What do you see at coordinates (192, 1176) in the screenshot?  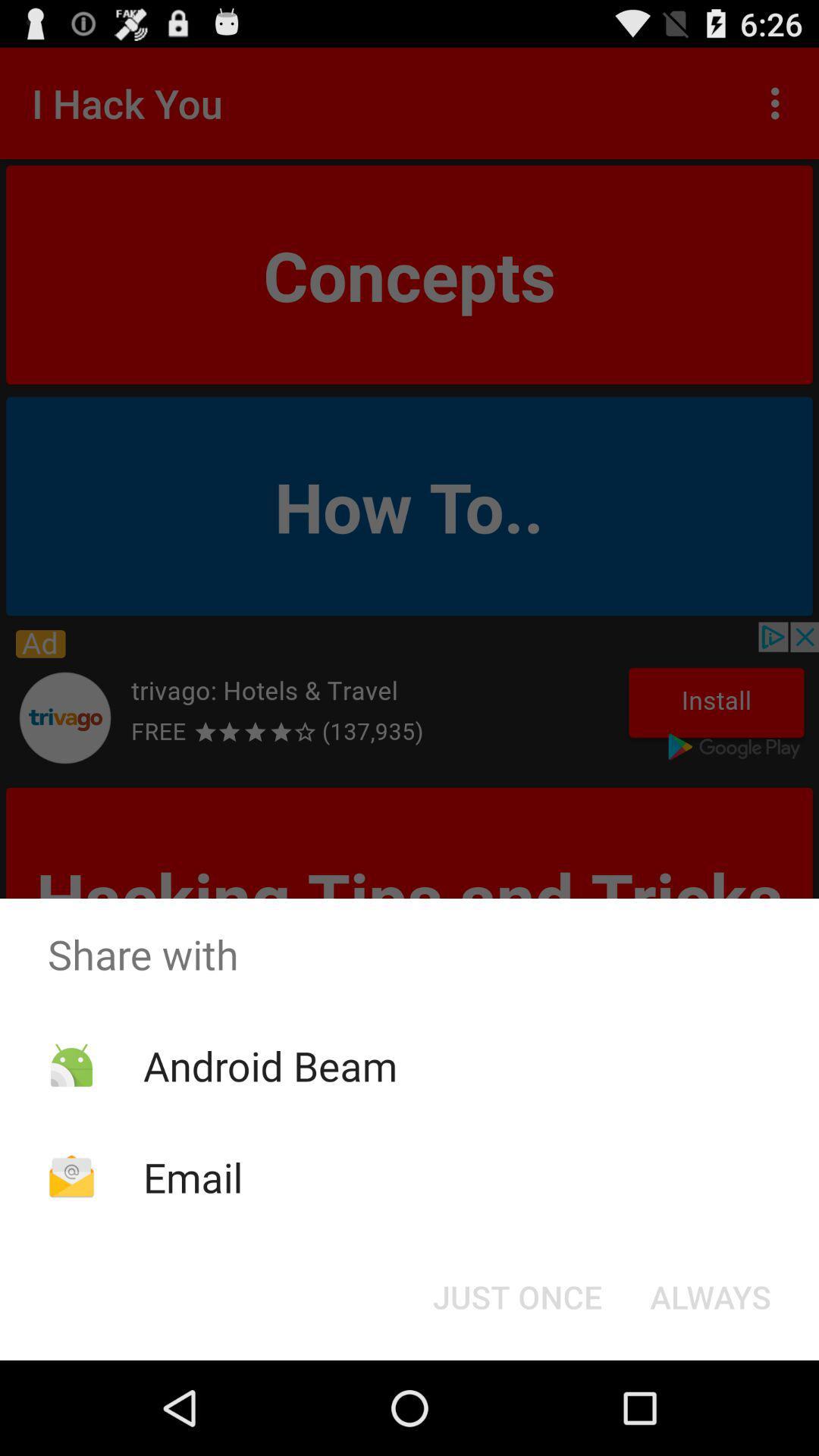 I see `icon below the android beam app` at bounding box center [192, 1176].